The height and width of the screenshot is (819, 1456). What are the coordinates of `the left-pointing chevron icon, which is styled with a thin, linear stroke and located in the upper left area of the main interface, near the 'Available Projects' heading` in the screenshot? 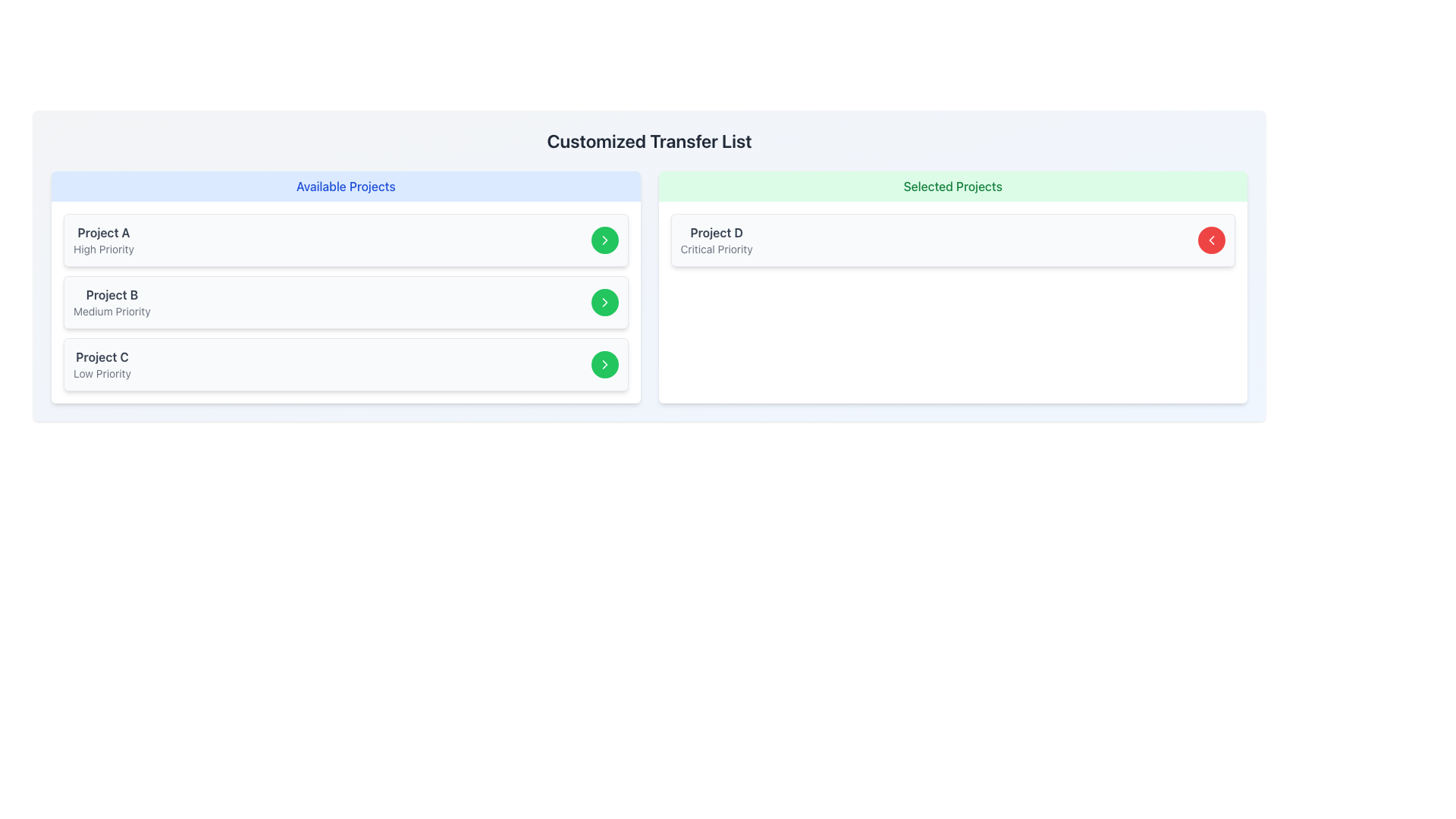 It's located at (1211, 239).